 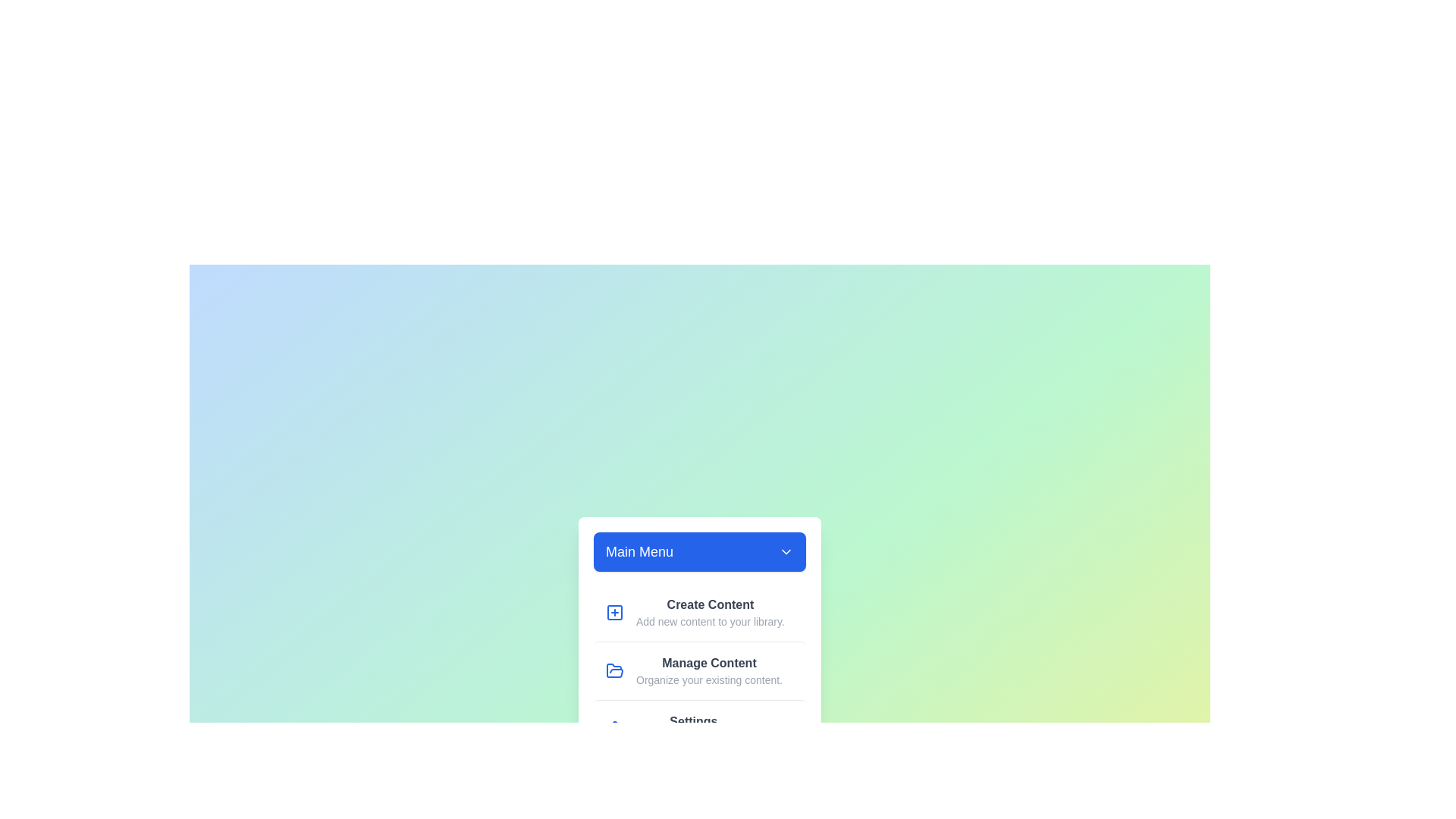 What do you see at coordinates (698, 551) in the screenshot?
I see `the 'Main Menu' button to toggle the menu visibility` at bounding box center [698, 551].